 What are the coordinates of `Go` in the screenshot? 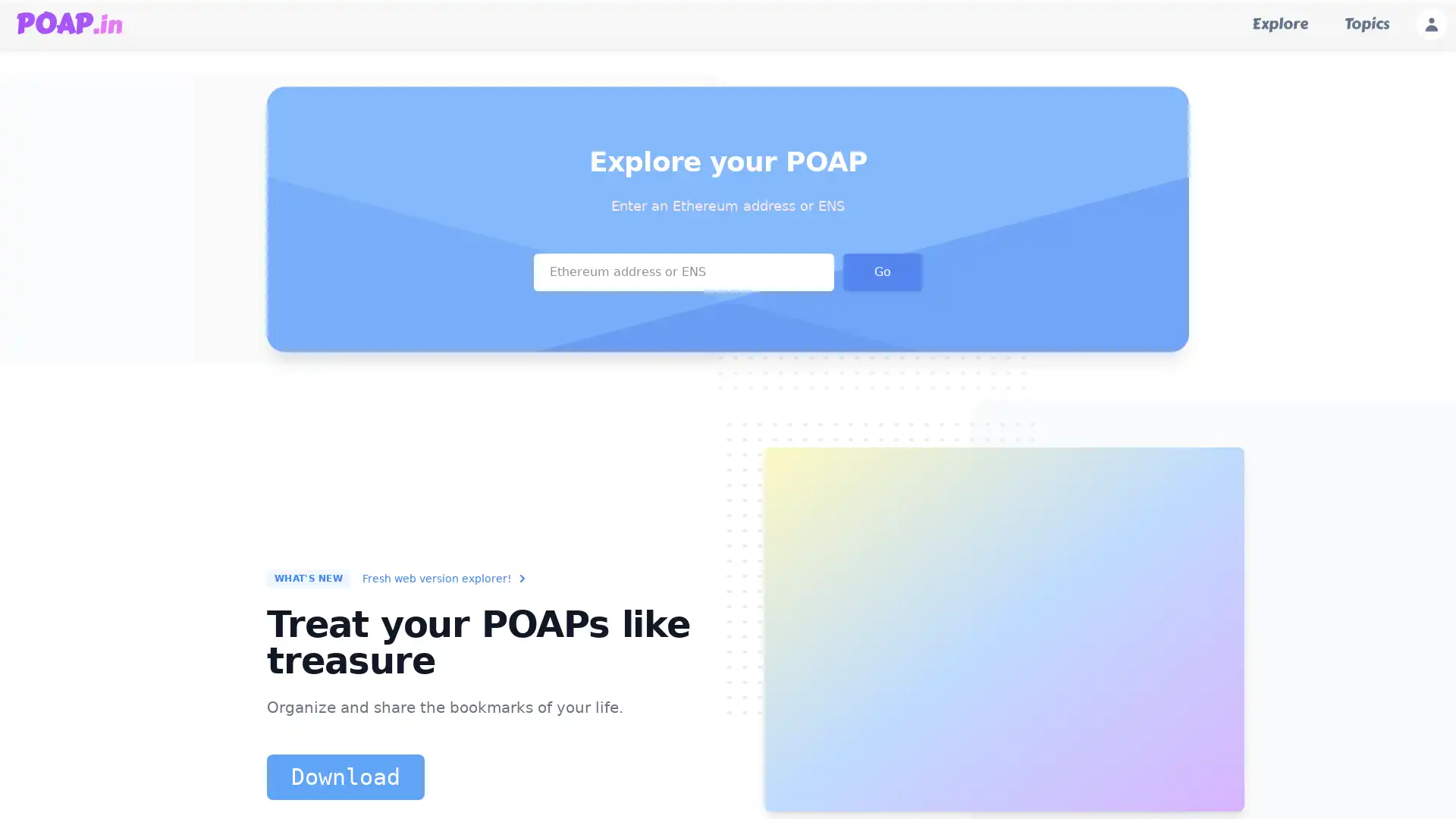 It's located at (882, 270).